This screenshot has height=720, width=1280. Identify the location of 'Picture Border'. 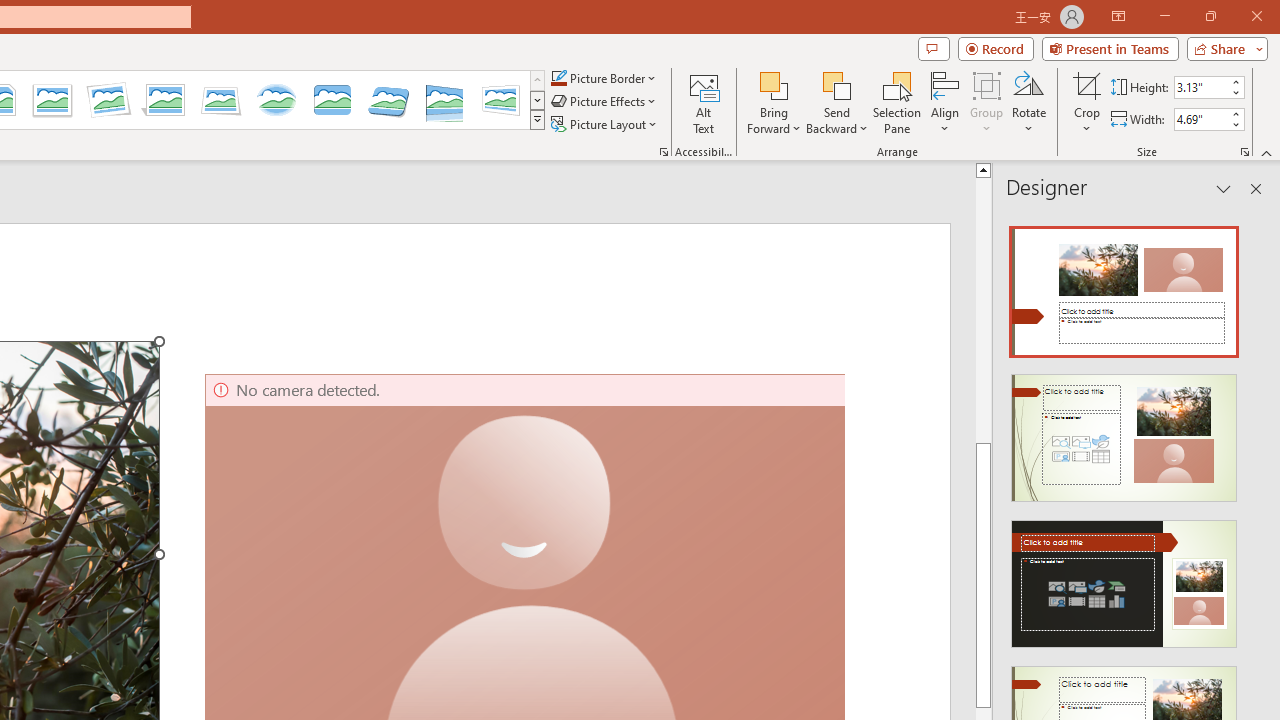
(603, 77).